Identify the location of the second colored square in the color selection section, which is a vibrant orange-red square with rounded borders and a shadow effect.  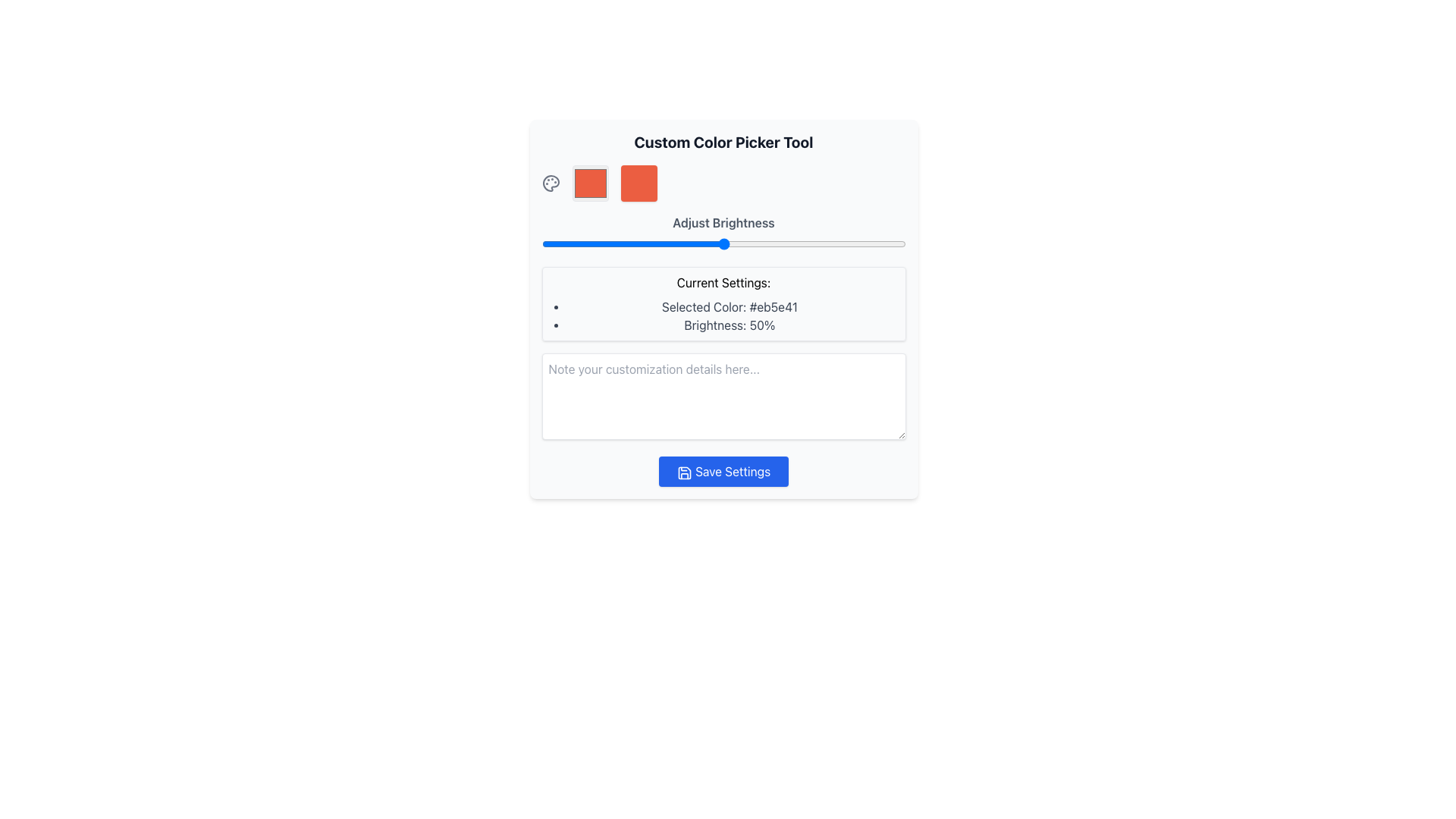
(639, 183).